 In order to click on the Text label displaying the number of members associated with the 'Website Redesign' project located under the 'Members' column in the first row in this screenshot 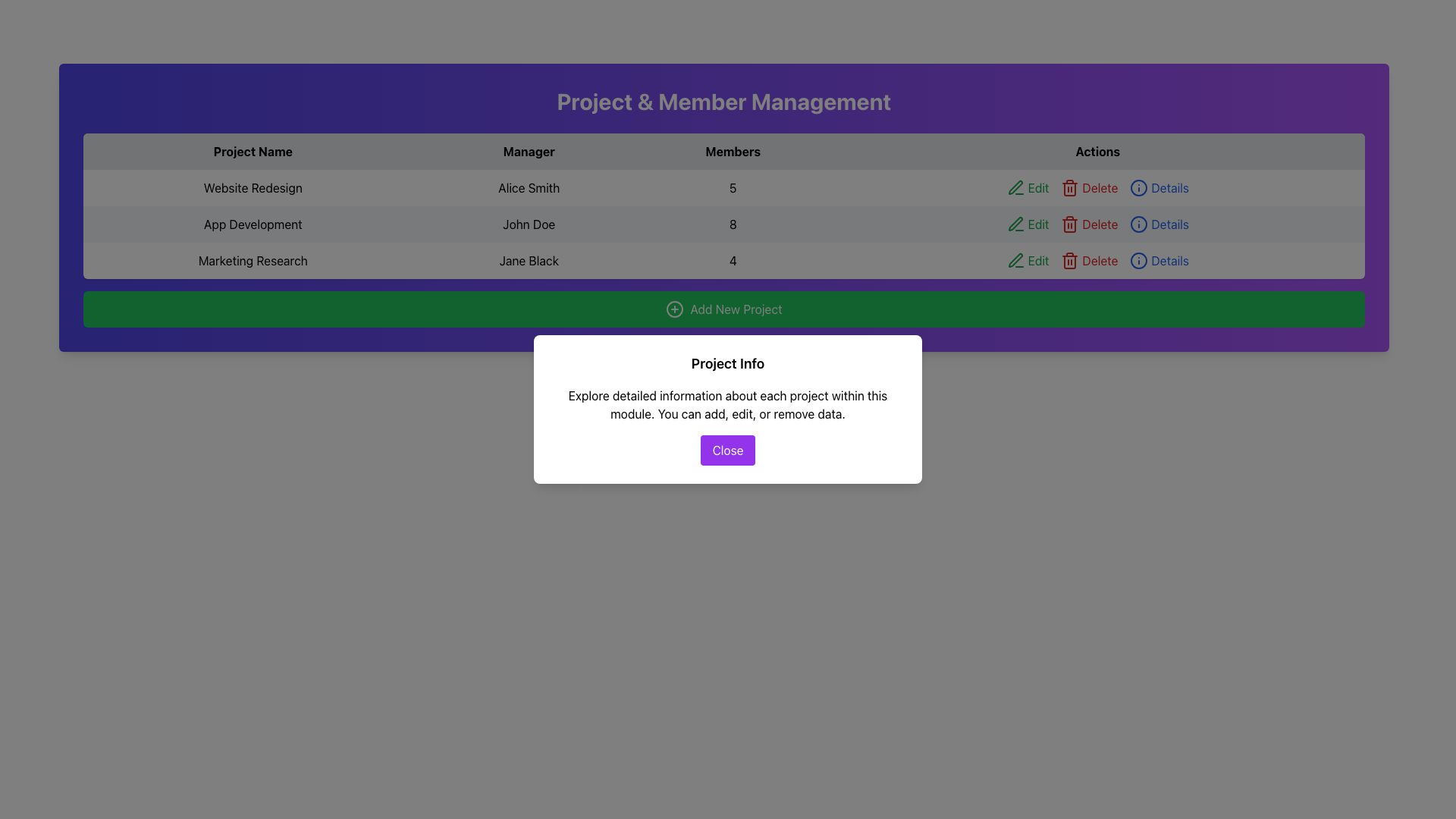, I will do `click(723, 187)`.